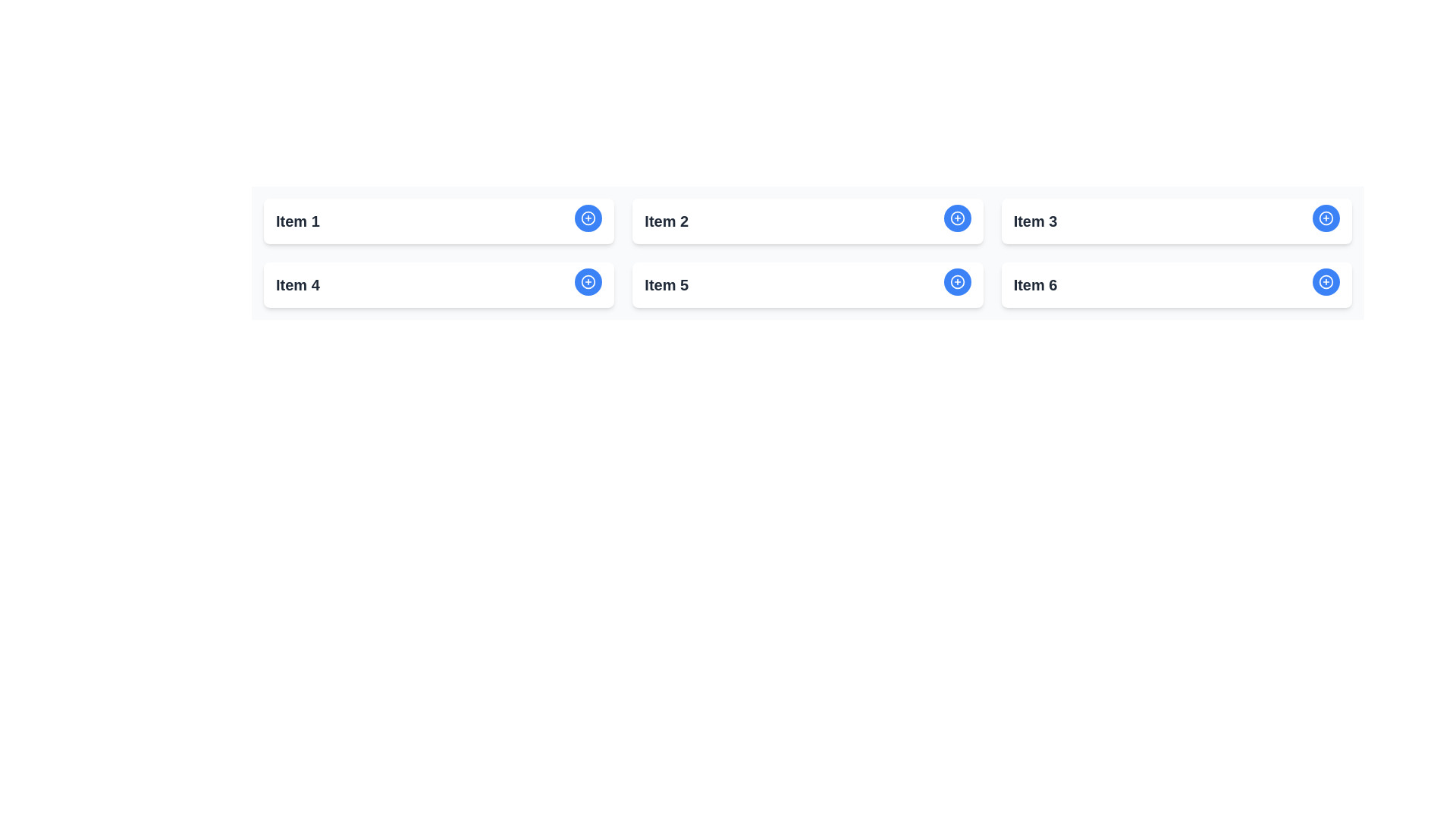 This screenshot has width=1456, height=819. I want to click on the plus sign icon within a rounded blue button located to the far right of the second row, adjacent to 'Item 4', so click(588, 281).